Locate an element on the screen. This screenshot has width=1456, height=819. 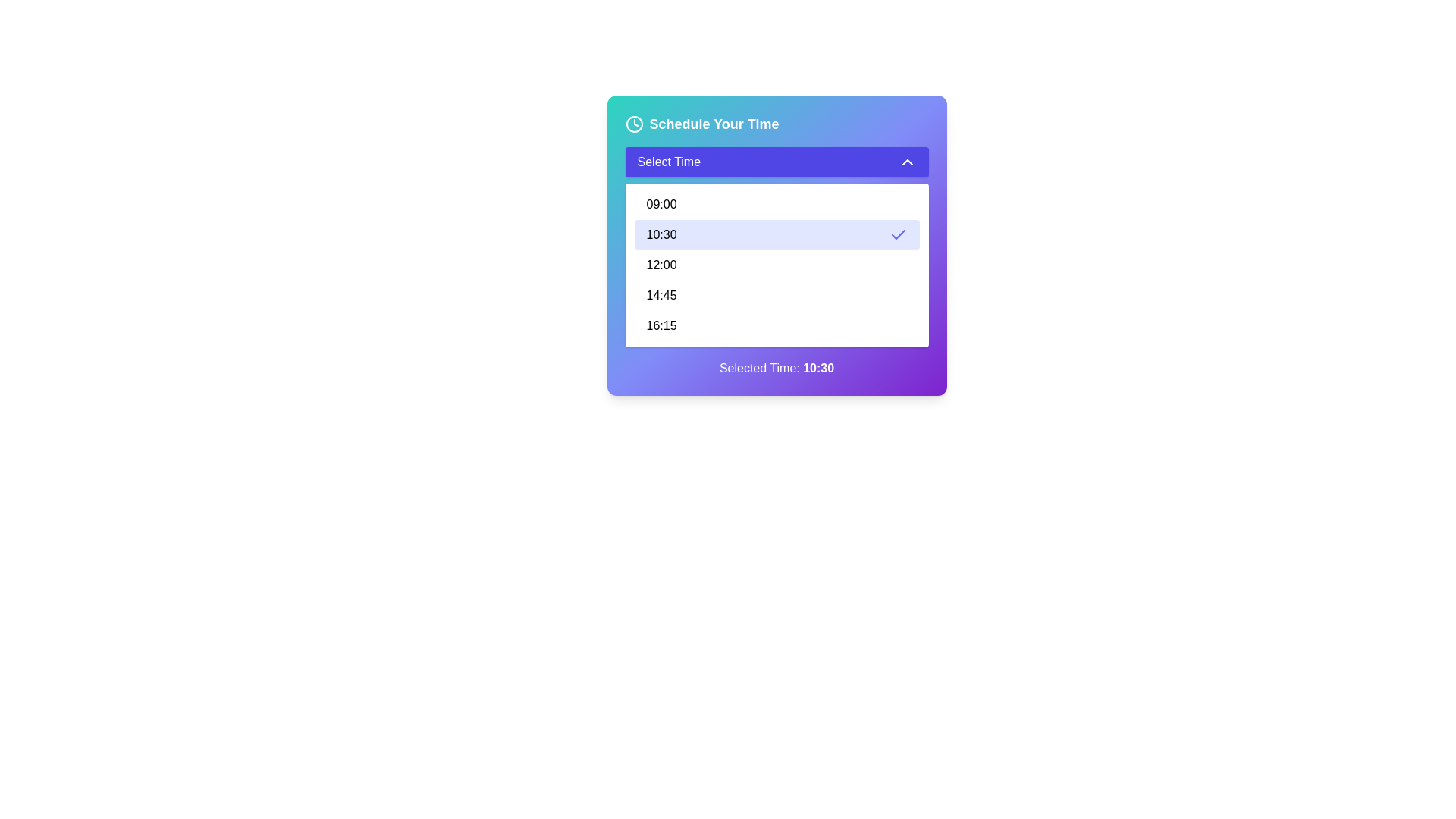
the text label that displays the currently selected time from the dropdown menu, located at the bottom of the vertical layout box is located at coordinates (777, 369).